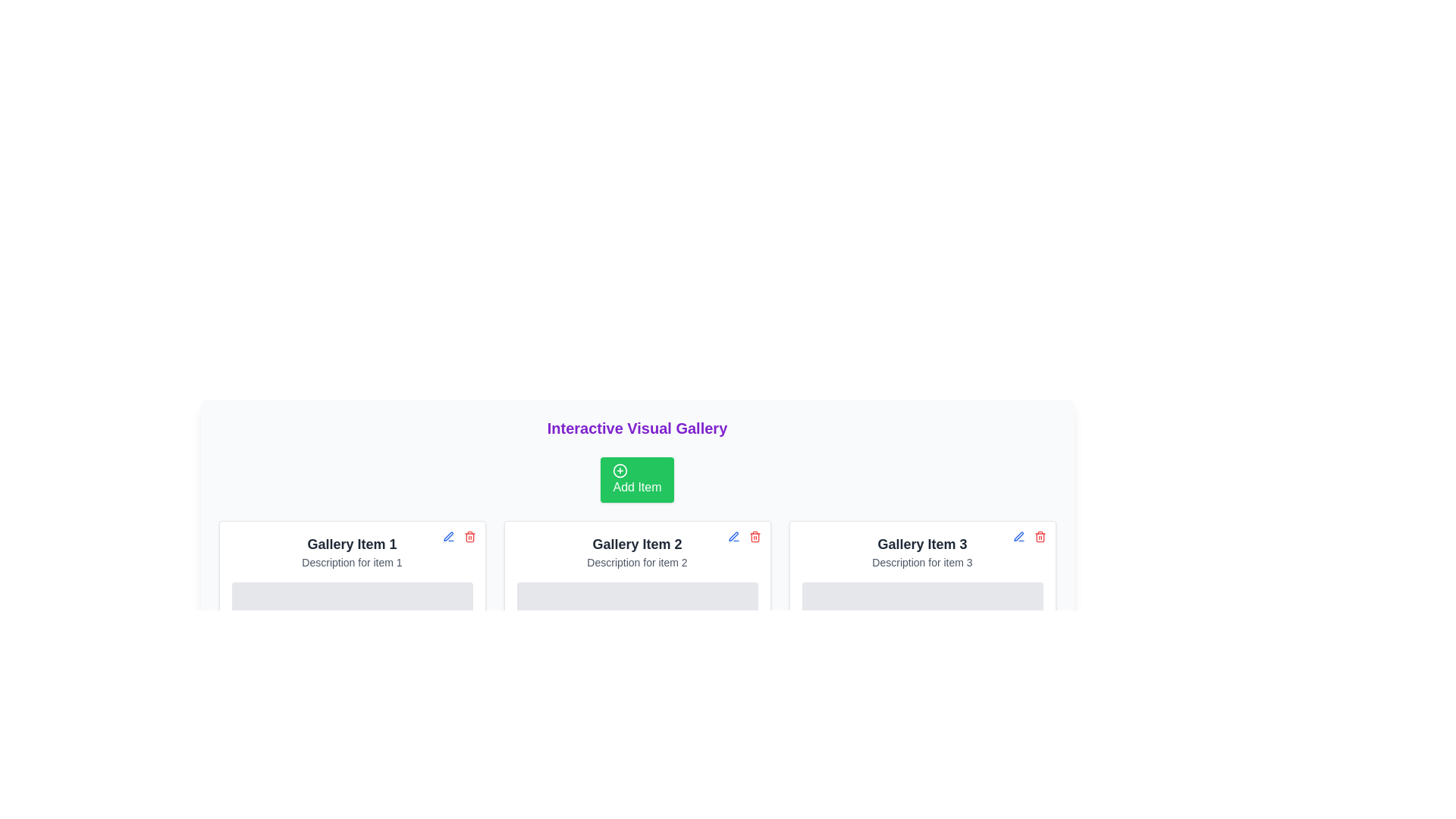 The height and width of the screenshot is (819, 1456). What do you see at coordinates (351, 605) in the screenshot?
I see `the first gallery card located` at bounding box center [351, 605].